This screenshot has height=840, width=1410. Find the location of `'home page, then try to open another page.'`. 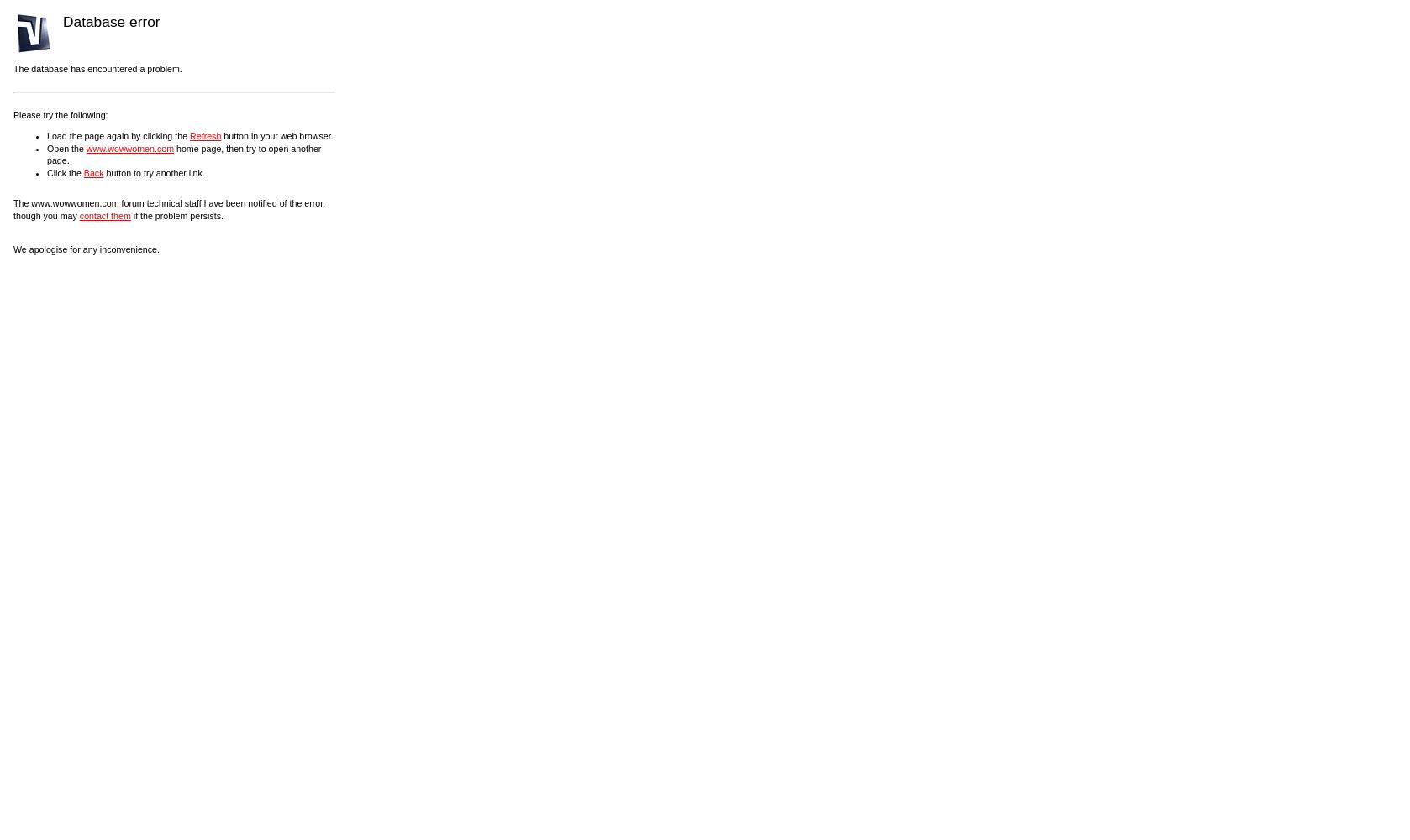

'home page, then try to open another page.' is located at coordinates (183, 154).